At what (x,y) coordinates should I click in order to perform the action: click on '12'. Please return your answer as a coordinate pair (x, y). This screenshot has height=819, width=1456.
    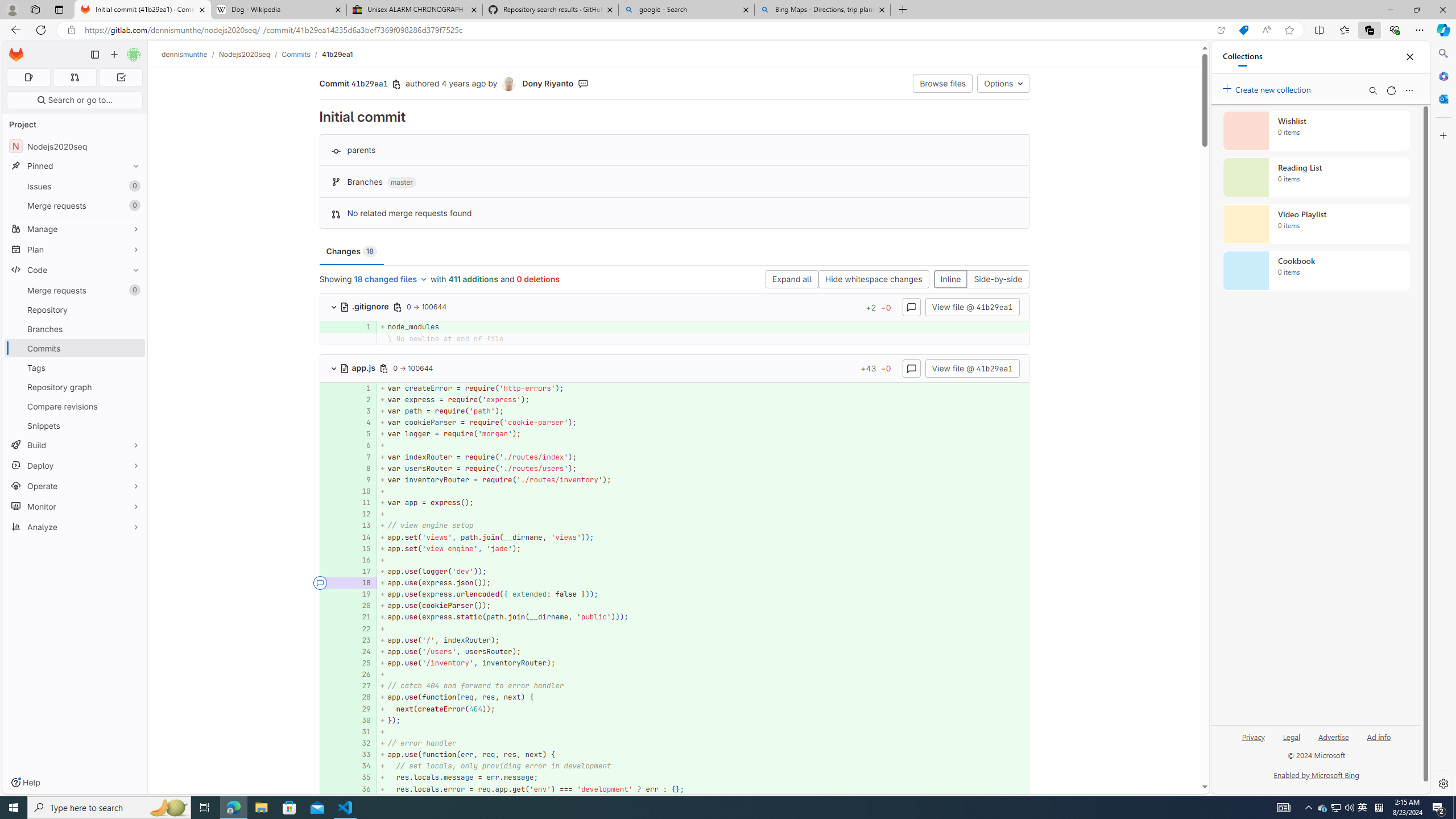
    Looking at the image, I should click on (362, 514).